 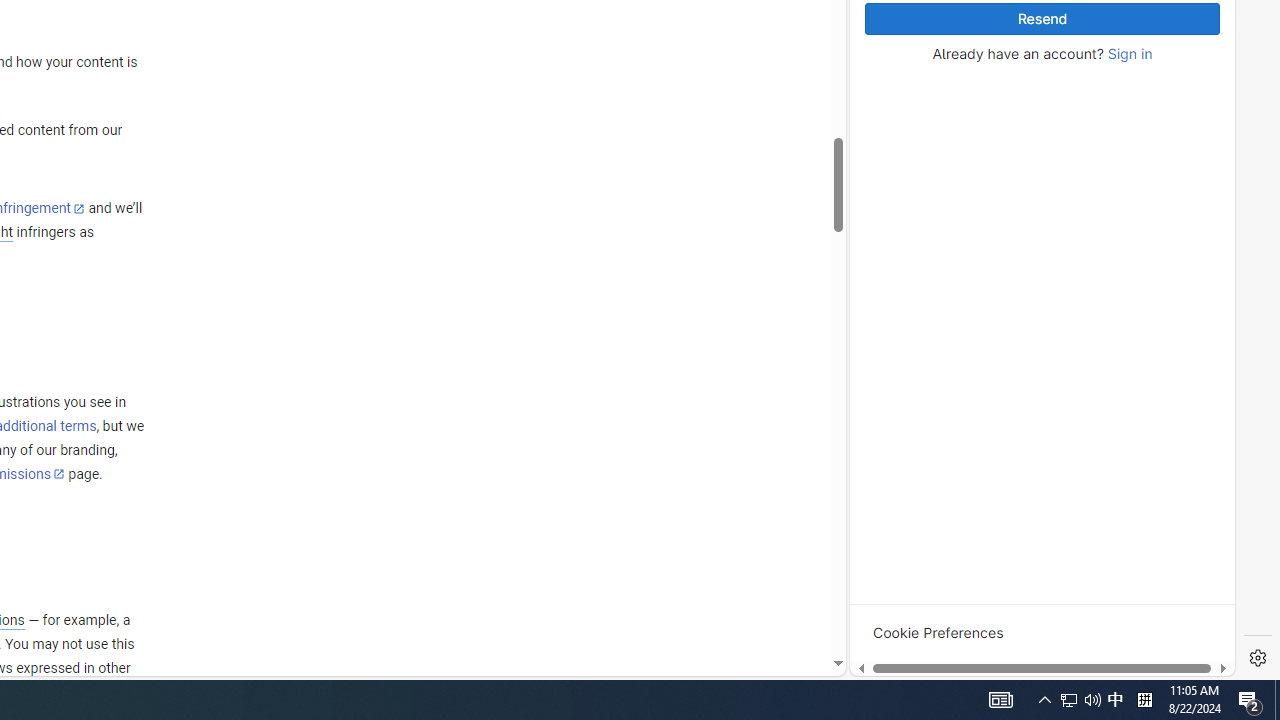 I want to click on 'Sign in', so click(x=1130, y=53).